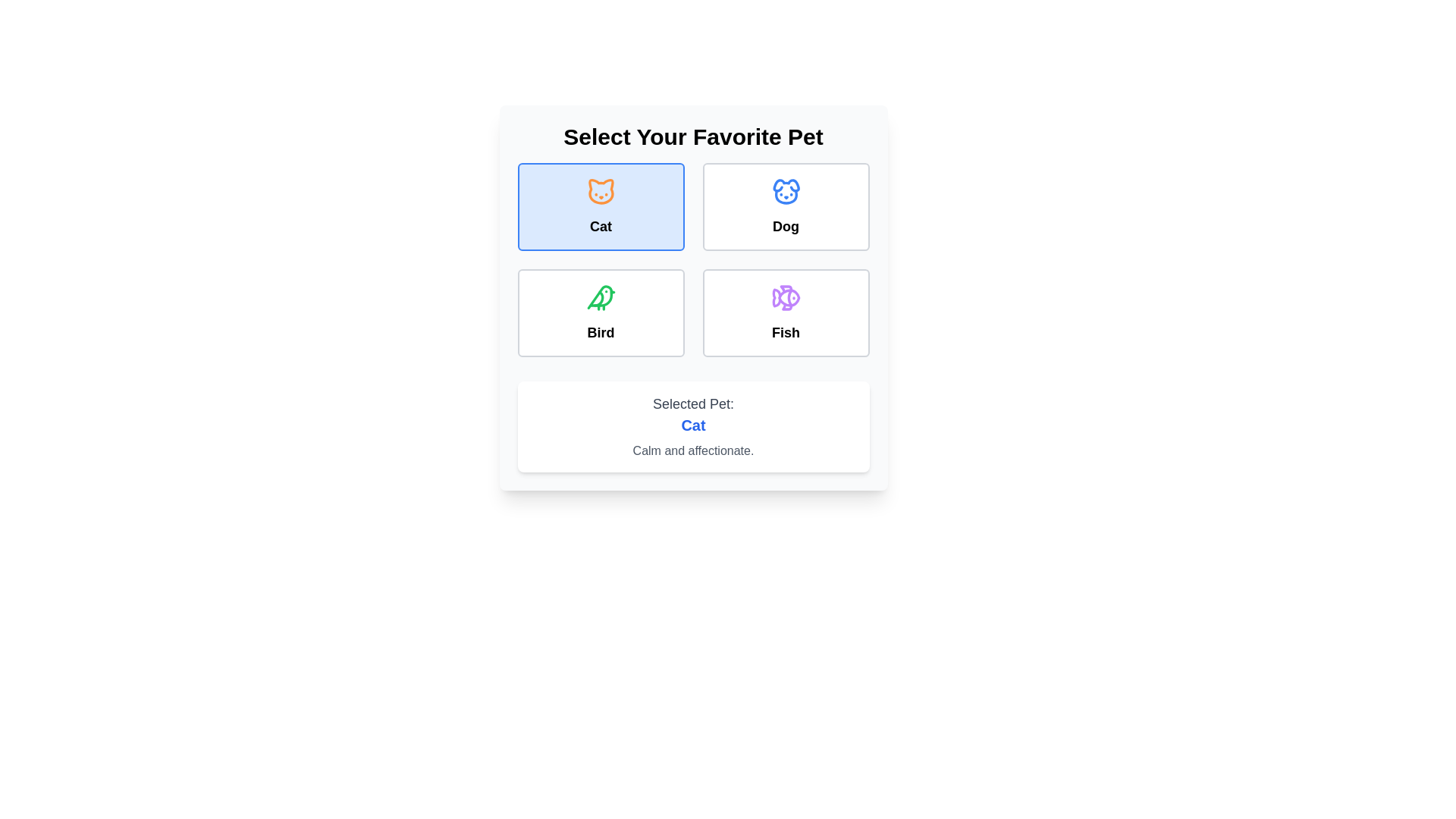 The height and width of the screenshot is (819, 1456). Describe the element at coordinates (789, 298) in the screenshot. I see `the decorative part of the fish icon in the SVG element, located in the bottom right of the four-option grid, below the 'Dog' option and to the right of the 'Bird' option` at that location.